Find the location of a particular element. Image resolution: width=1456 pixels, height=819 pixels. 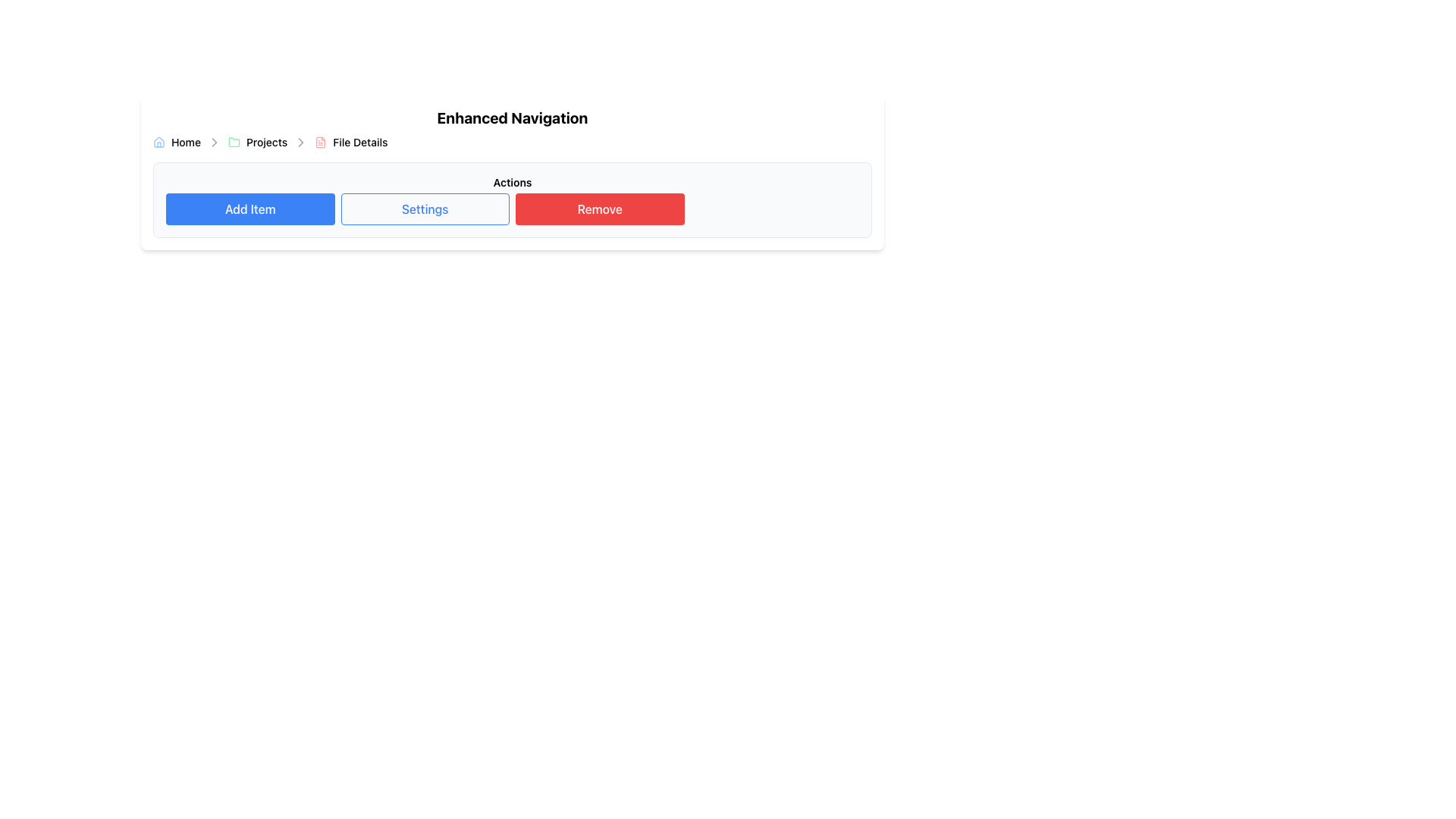

the small red file icon located between the 'Projects' and 'File Details' text labels in the breadcrumb navigation for accessibility navigation is located at coordinates (320, 143).